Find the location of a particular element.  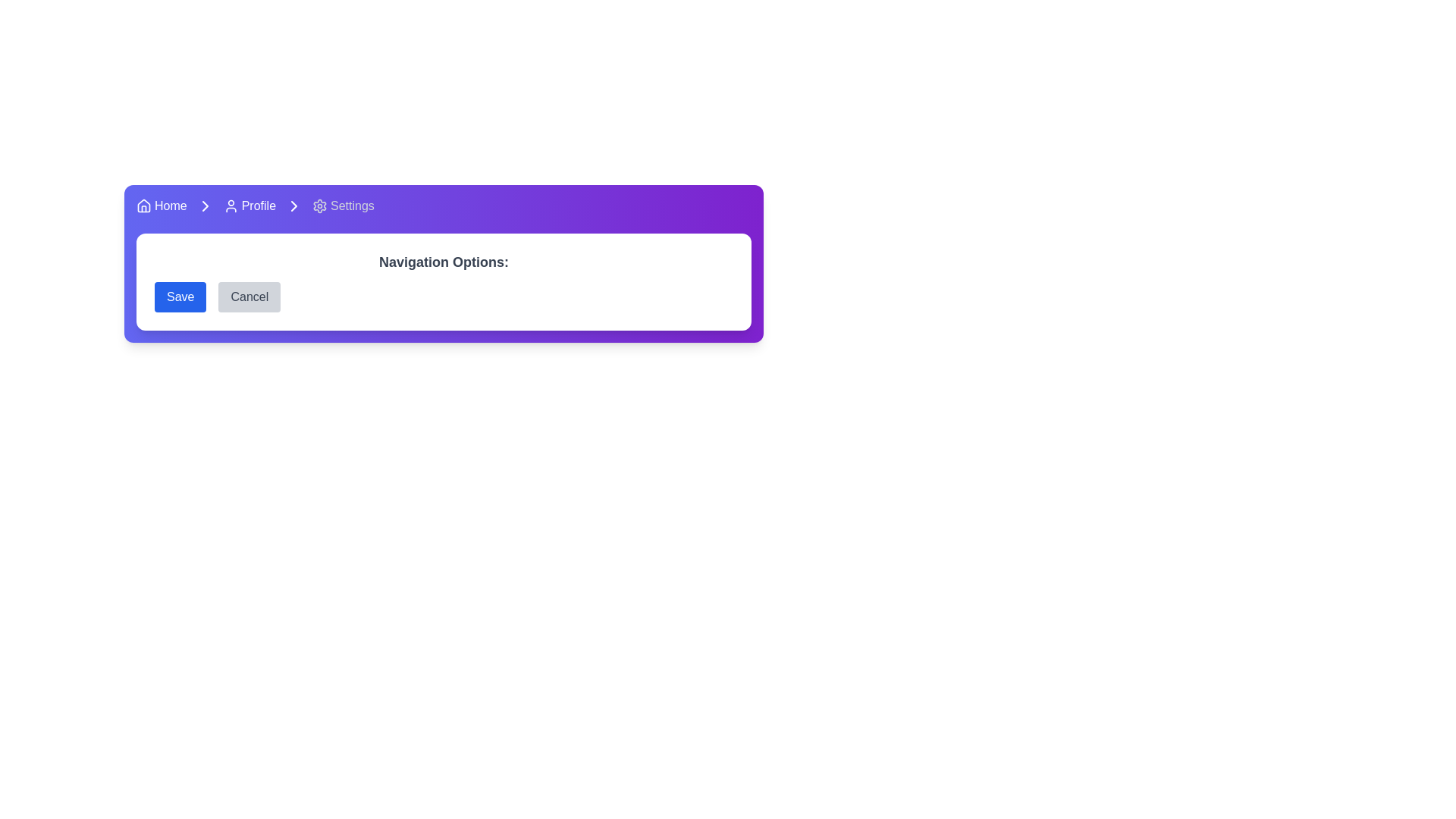

the chevron-right icon located in the navigation bar, which follows the 'Profile' button and precedes the 'Settings' button, indicating a navigational separation is located at coordinates (294, 206).